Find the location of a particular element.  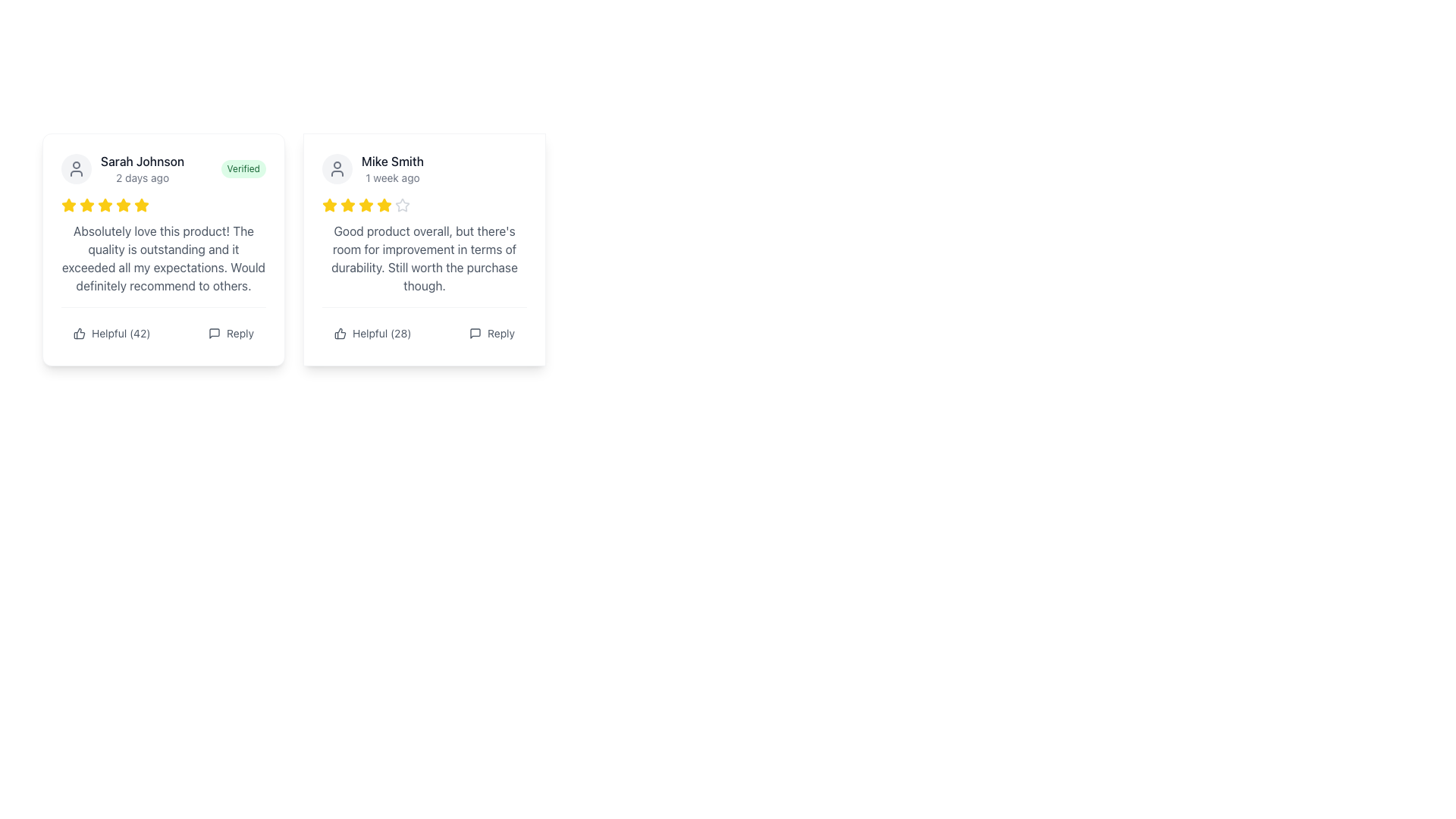

the gray outlined star icon, which is the fifth star in the rating system under the user's name 'Mike Smith' in the second review card on the right is located at coordinates (403, 205).